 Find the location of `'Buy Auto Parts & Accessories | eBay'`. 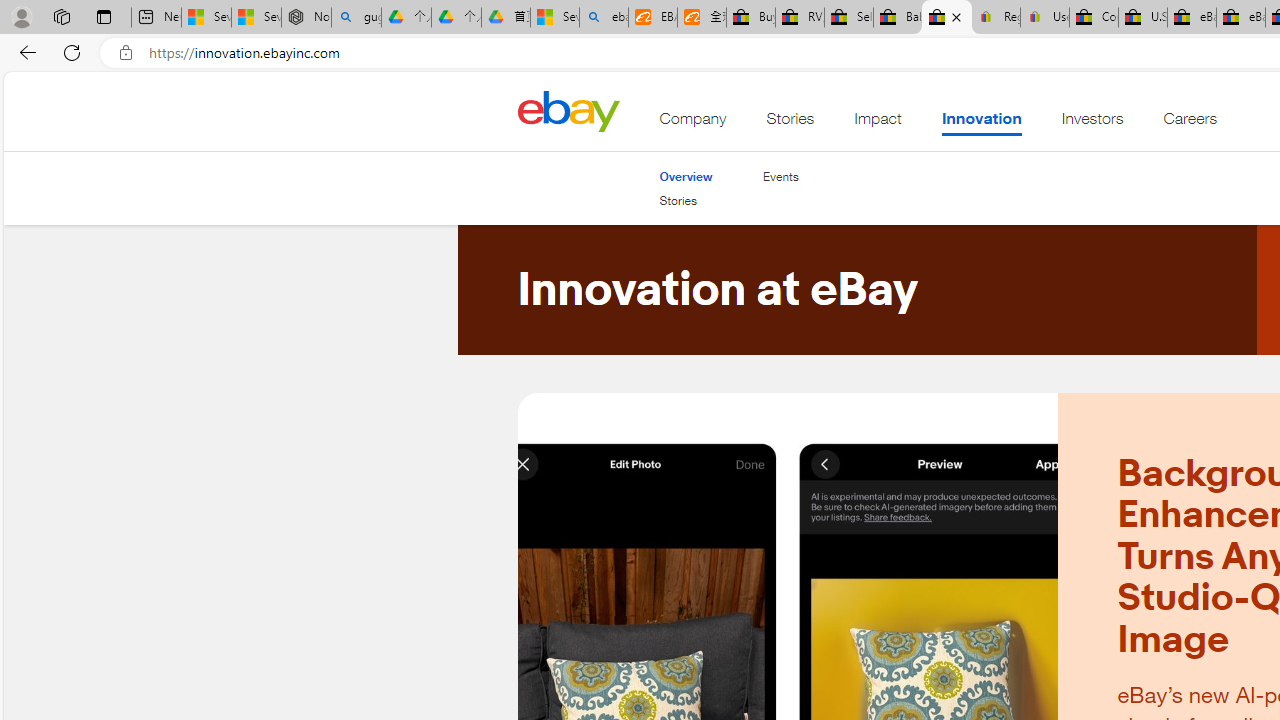

'Buy Auto Parts & Accessories | eBay' is located at coordinates (749, 17).